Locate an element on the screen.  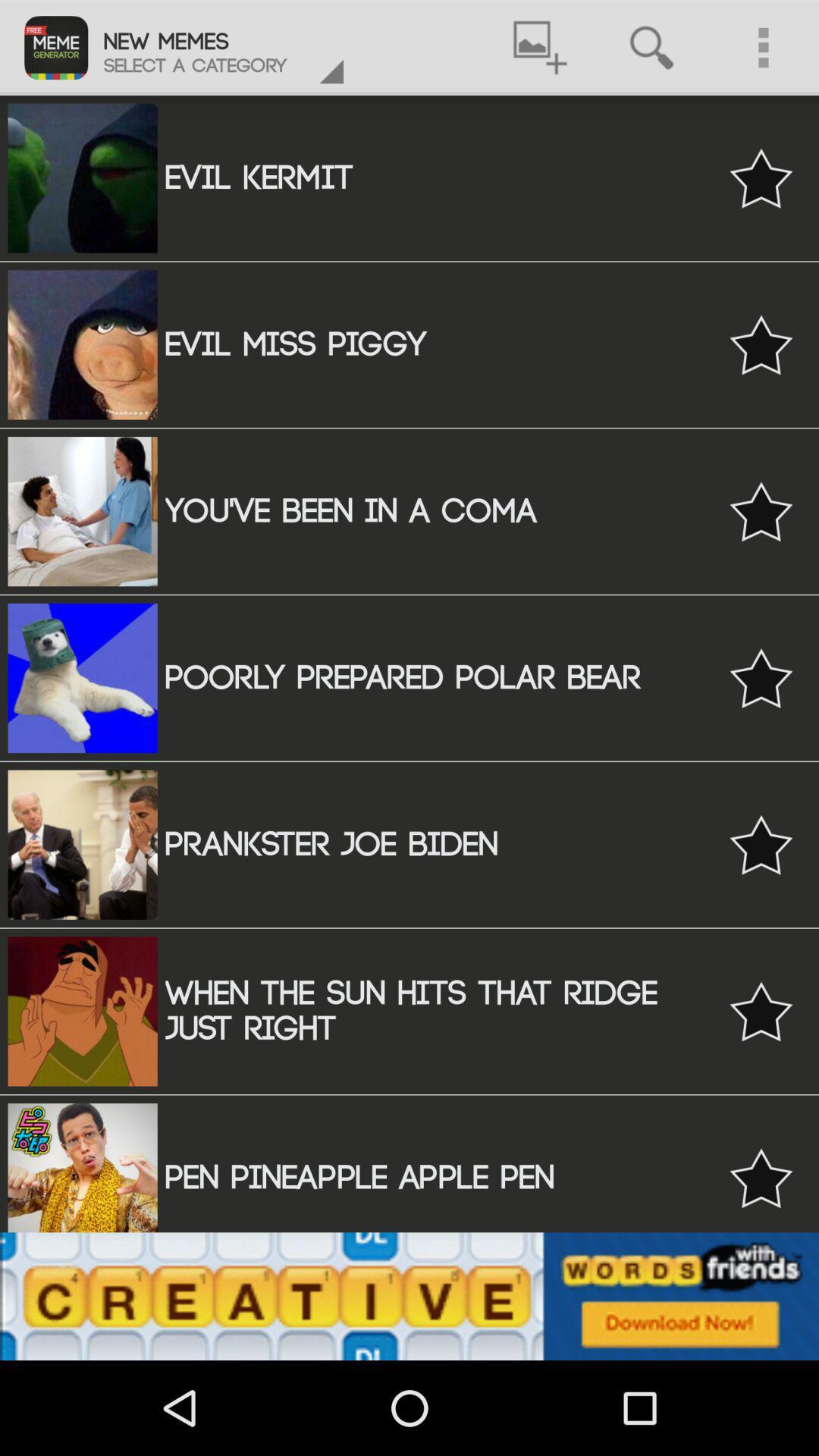
favorite button is located at coordinates (761, 1177).